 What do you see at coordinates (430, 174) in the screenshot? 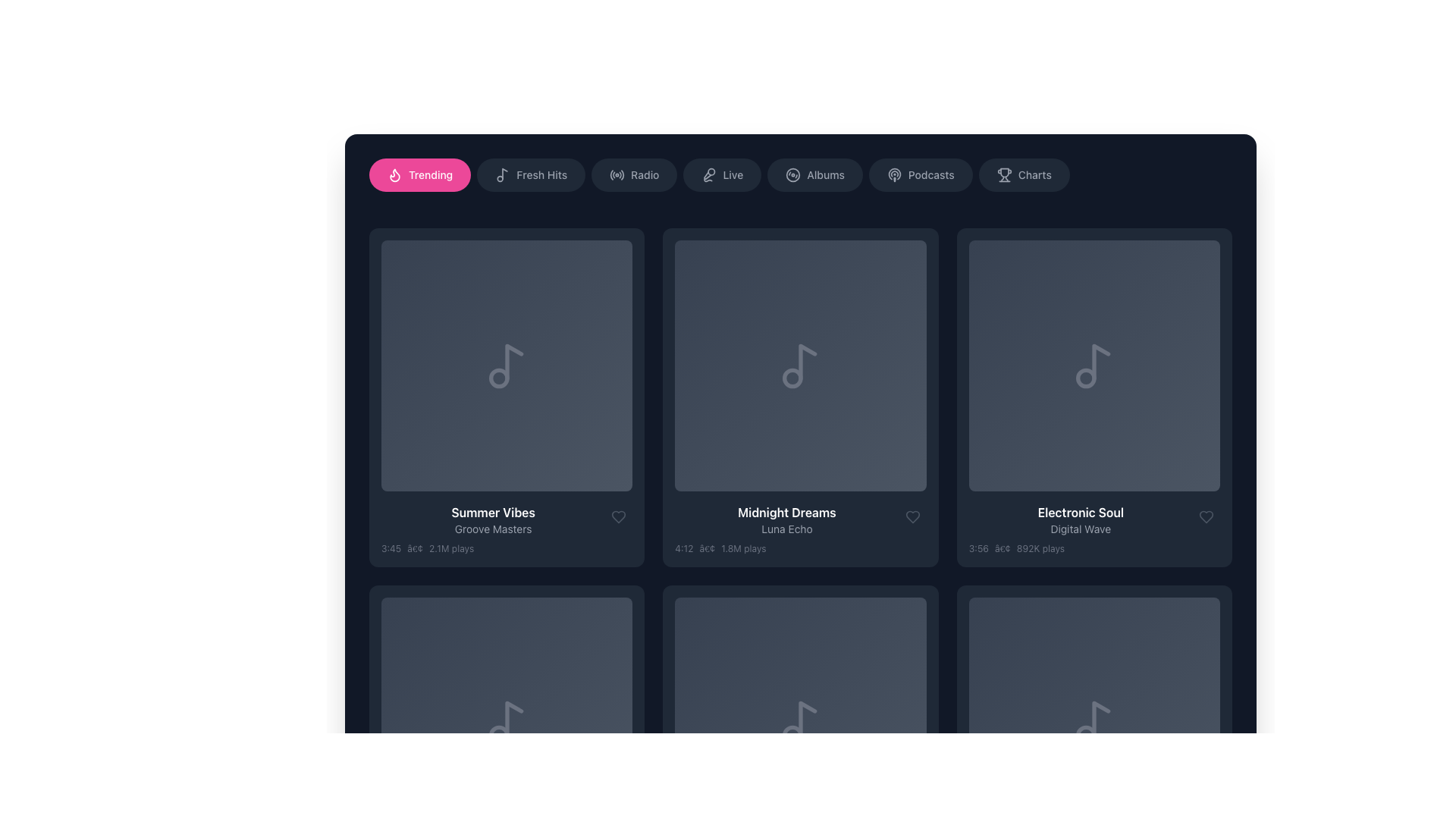
I see `the label indicating the current active or highlighted category, which is centered within a pink rounded rectangle and accompanied by a flame icon` at bounding box center [430, 174].